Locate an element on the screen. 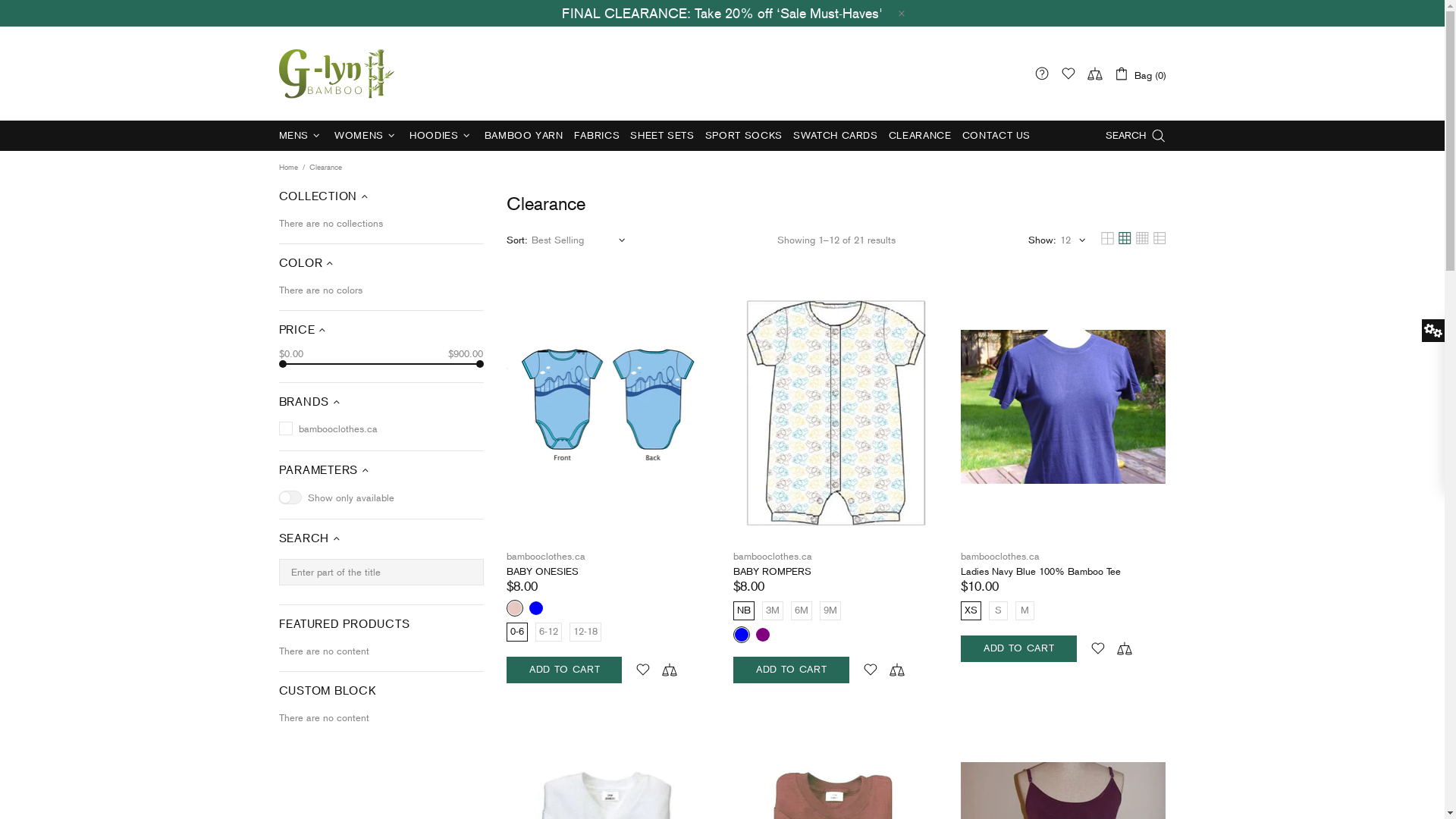 Image resolution: width=1456 pixels, height=819 pixels. 'bambooclothes.ca' is located at coordinates (772, 556).